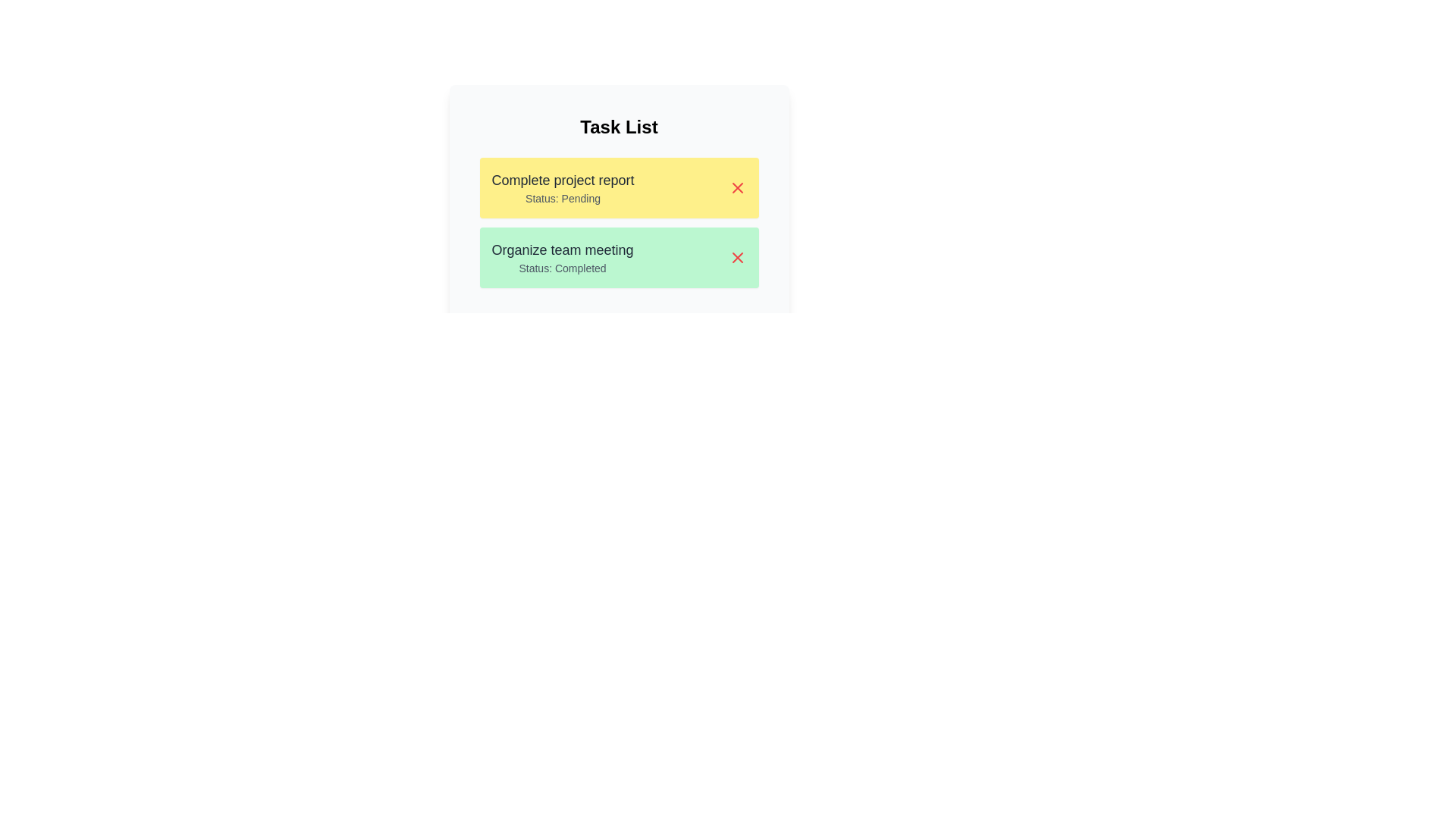 This screenshot has width=1456, height=819. I want to click on the red X button next to the task to remove it, so click(737, 187).